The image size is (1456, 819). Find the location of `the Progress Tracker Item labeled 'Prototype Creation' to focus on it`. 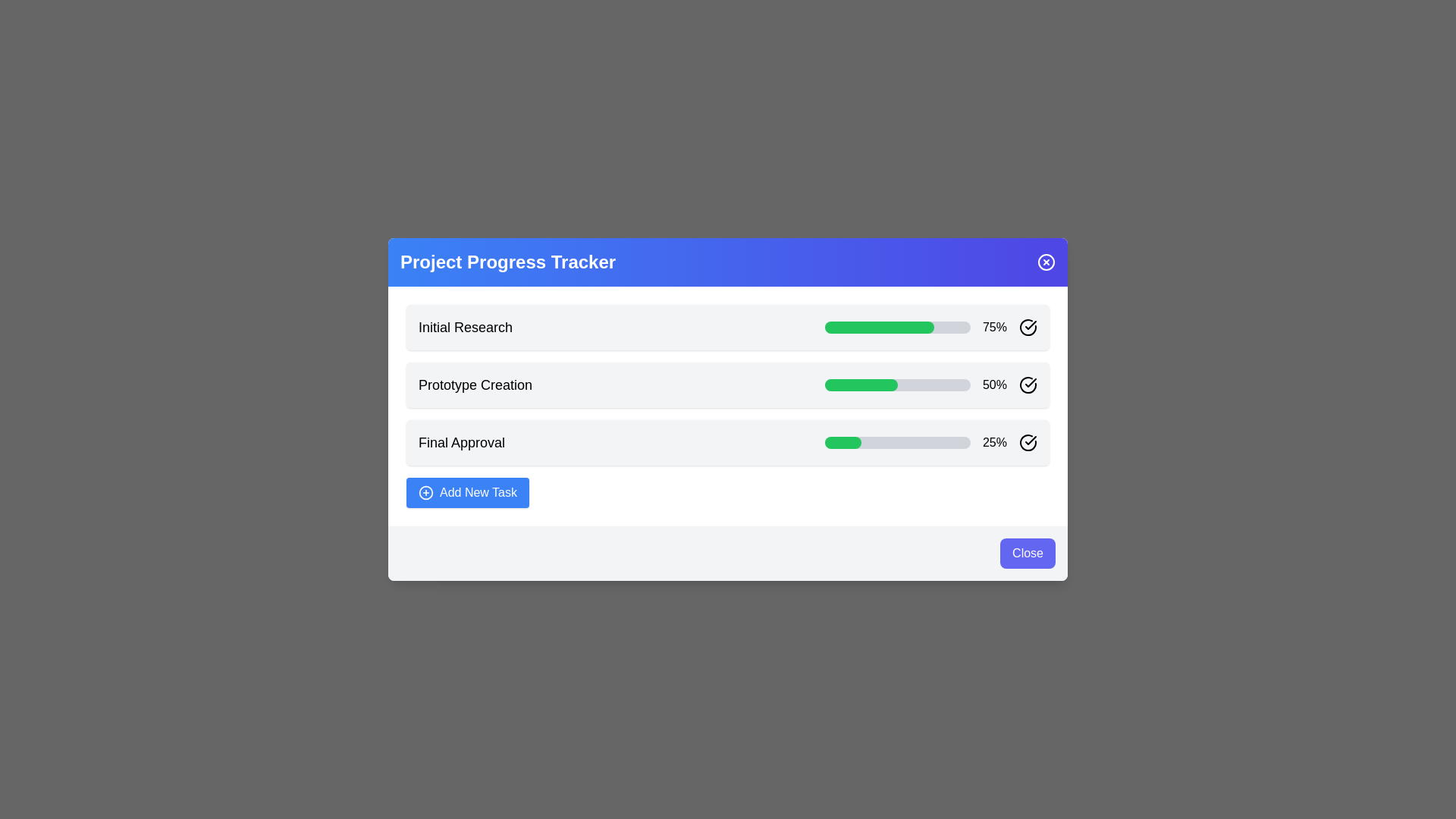

the Progress Tracker Item labeled 'Prototype Creation' to focus on it is located at coordinates (728, 384).